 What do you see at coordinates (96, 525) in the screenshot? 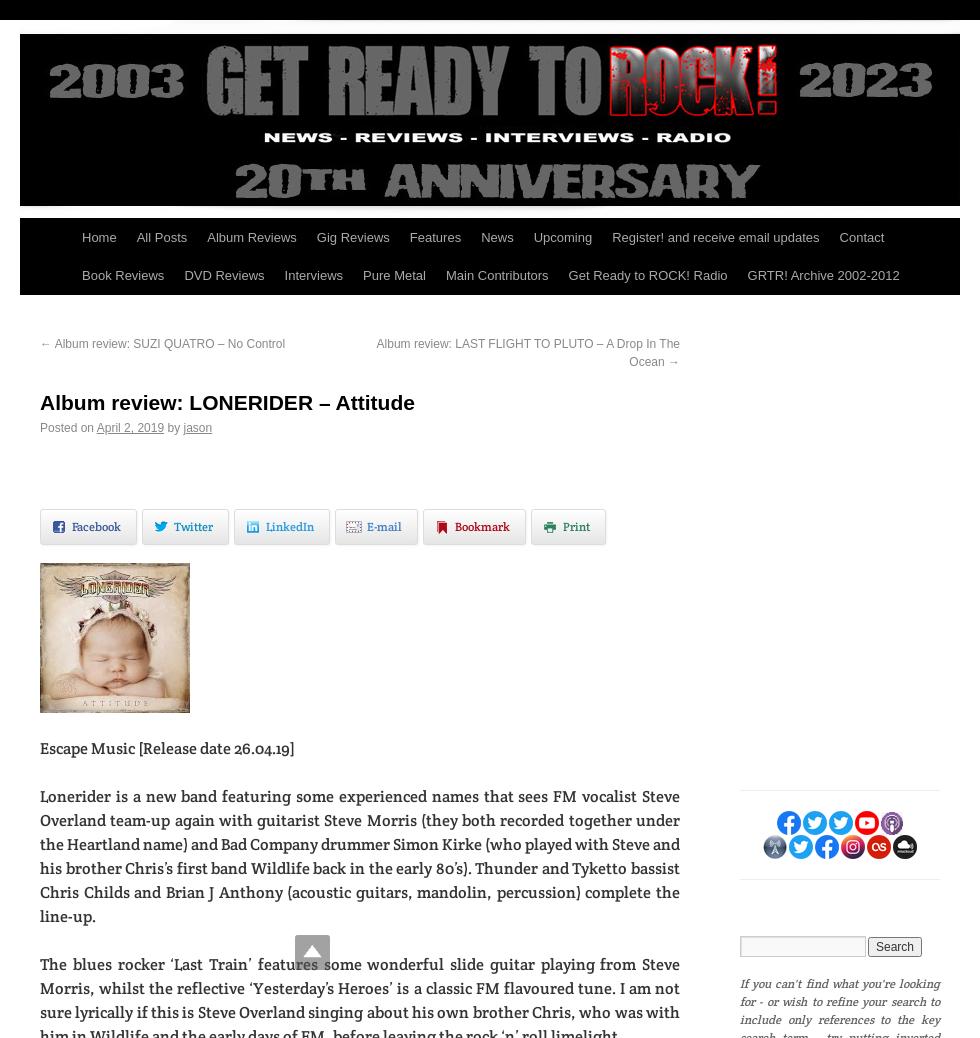
I see `'Facebook'` at bounding box center [96, 525].